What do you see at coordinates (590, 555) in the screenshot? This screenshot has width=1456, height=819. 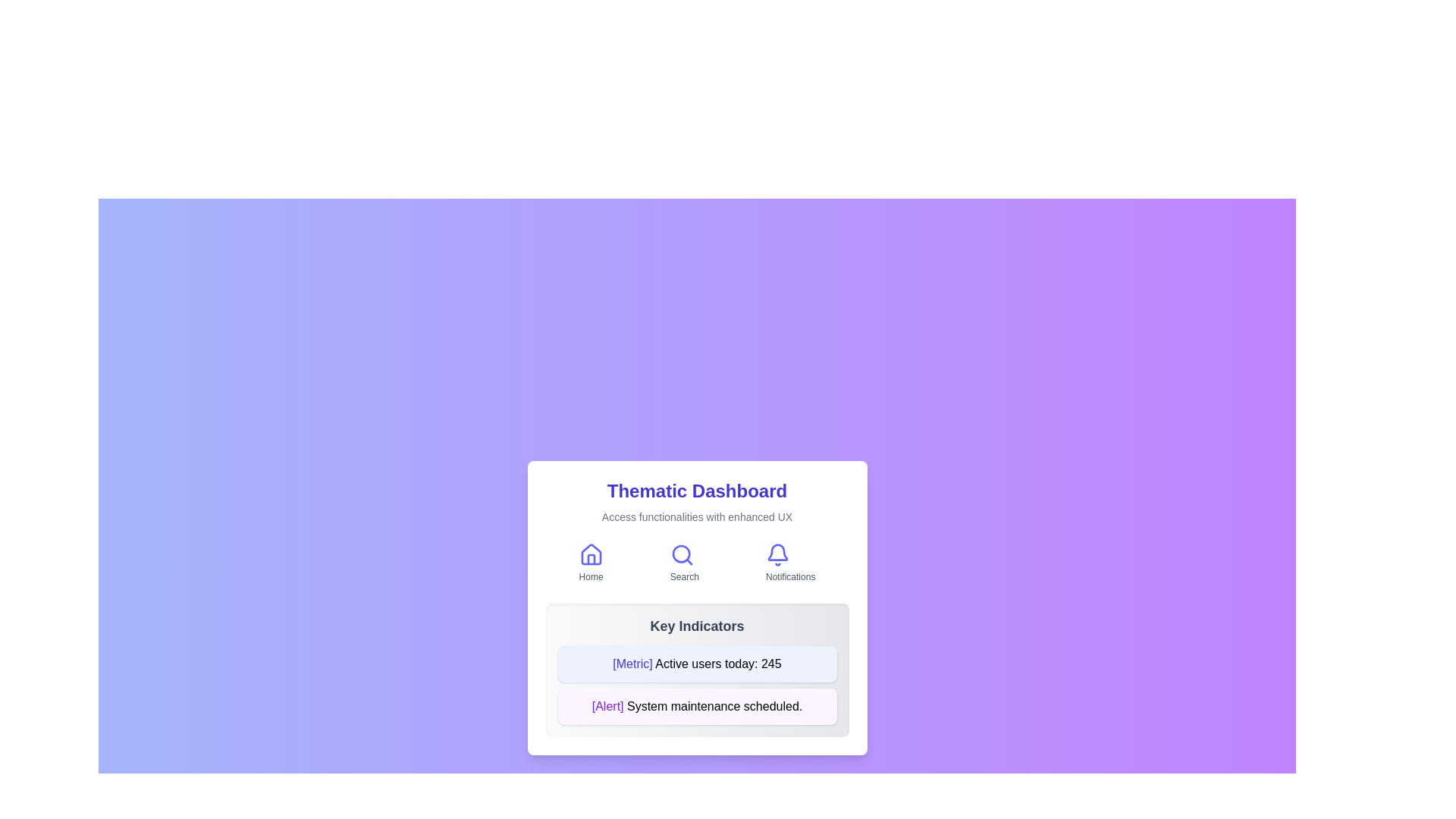 I see `the 'Home' icon located in the top-left corner of the navigation row` at bounding box center [590, 555].